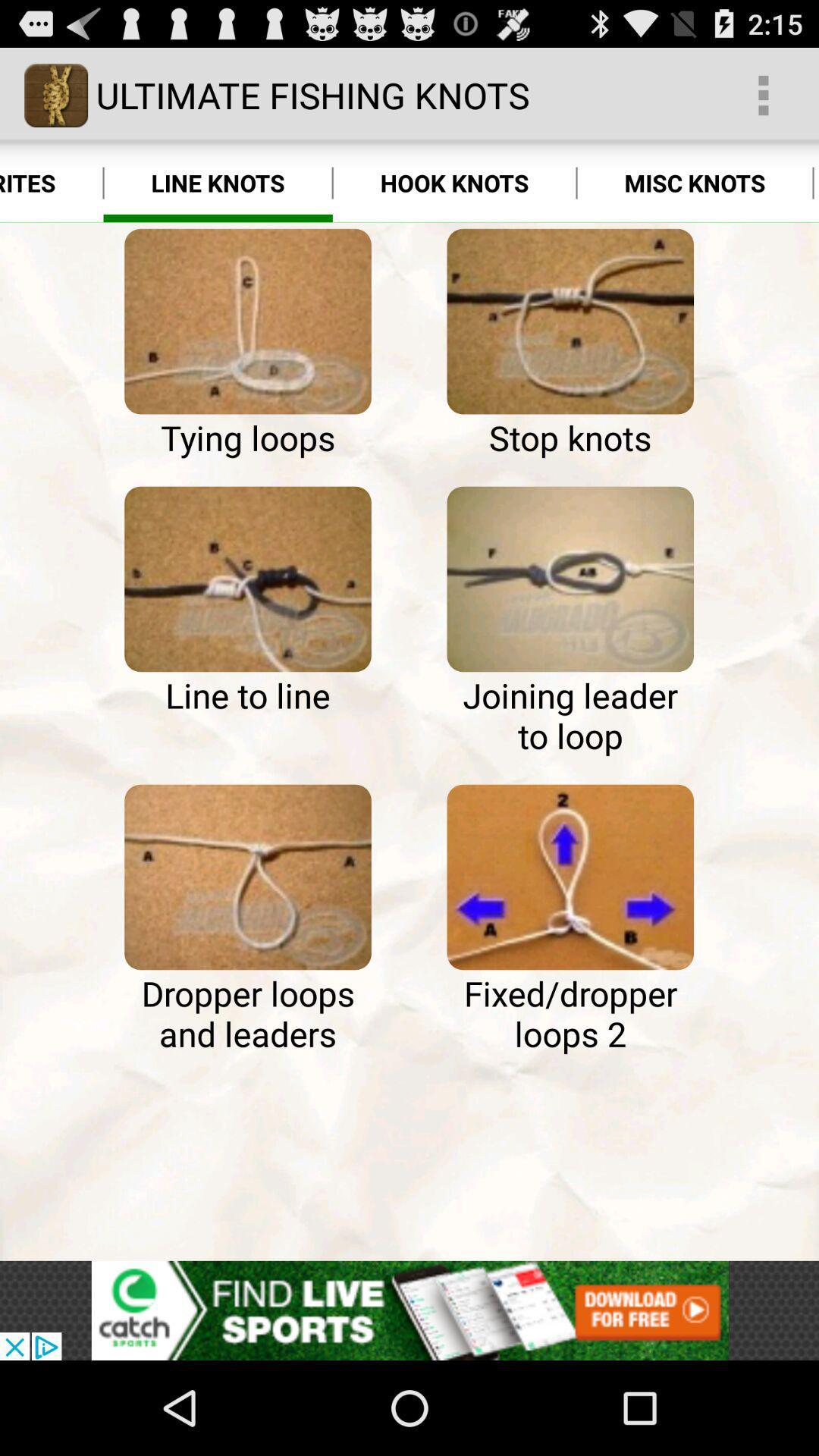 The image size is (819, 1456). I want to click on install application, so click(409, 1310).